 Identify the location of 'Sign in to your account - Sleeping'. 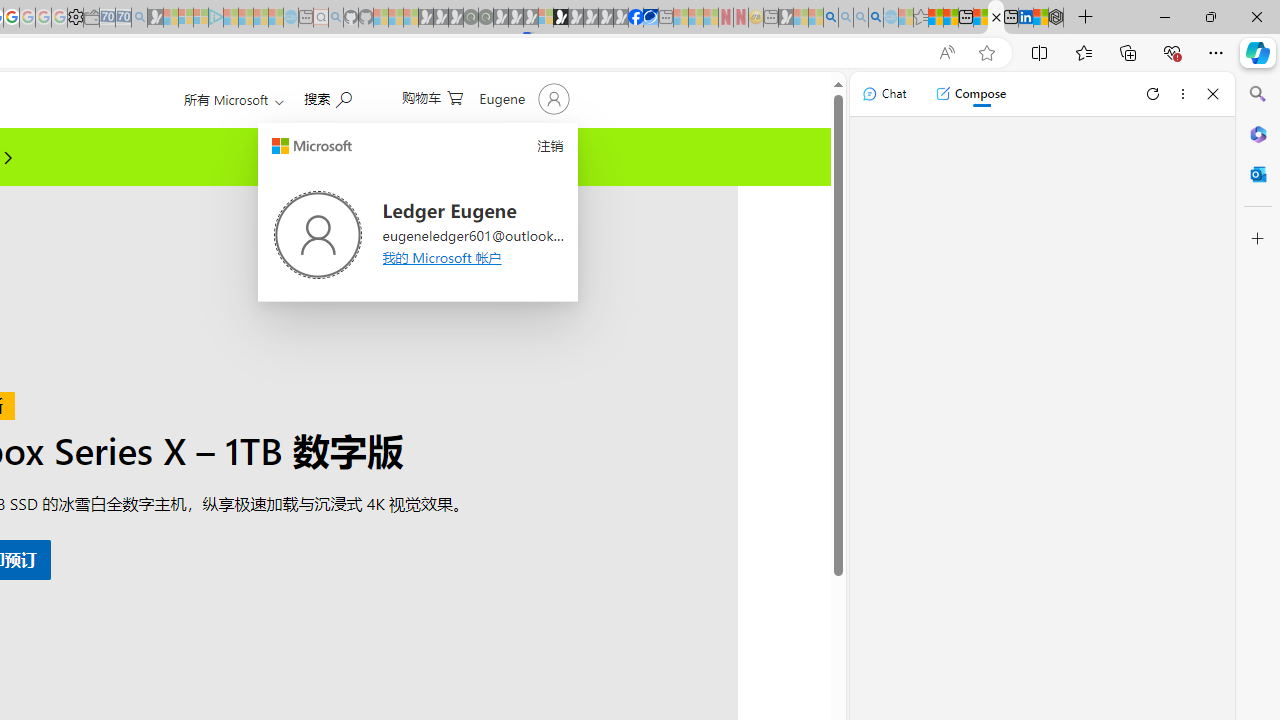
(545, 17).